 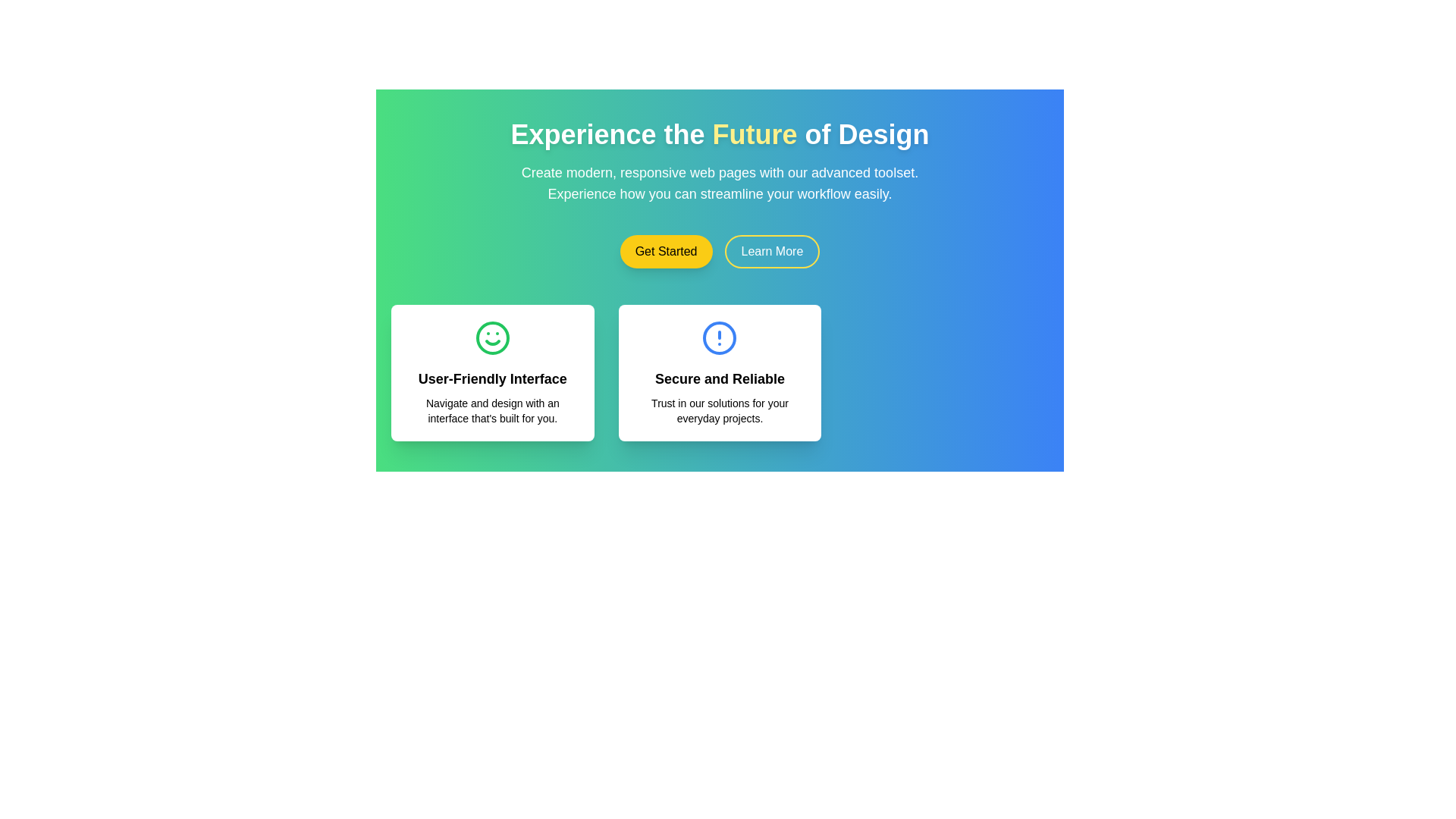 I want to click on the descriptive text below the title 'Secure and Reliable' in the second column card, which provides additional context about the card's theme, so click(x=719, y=411).